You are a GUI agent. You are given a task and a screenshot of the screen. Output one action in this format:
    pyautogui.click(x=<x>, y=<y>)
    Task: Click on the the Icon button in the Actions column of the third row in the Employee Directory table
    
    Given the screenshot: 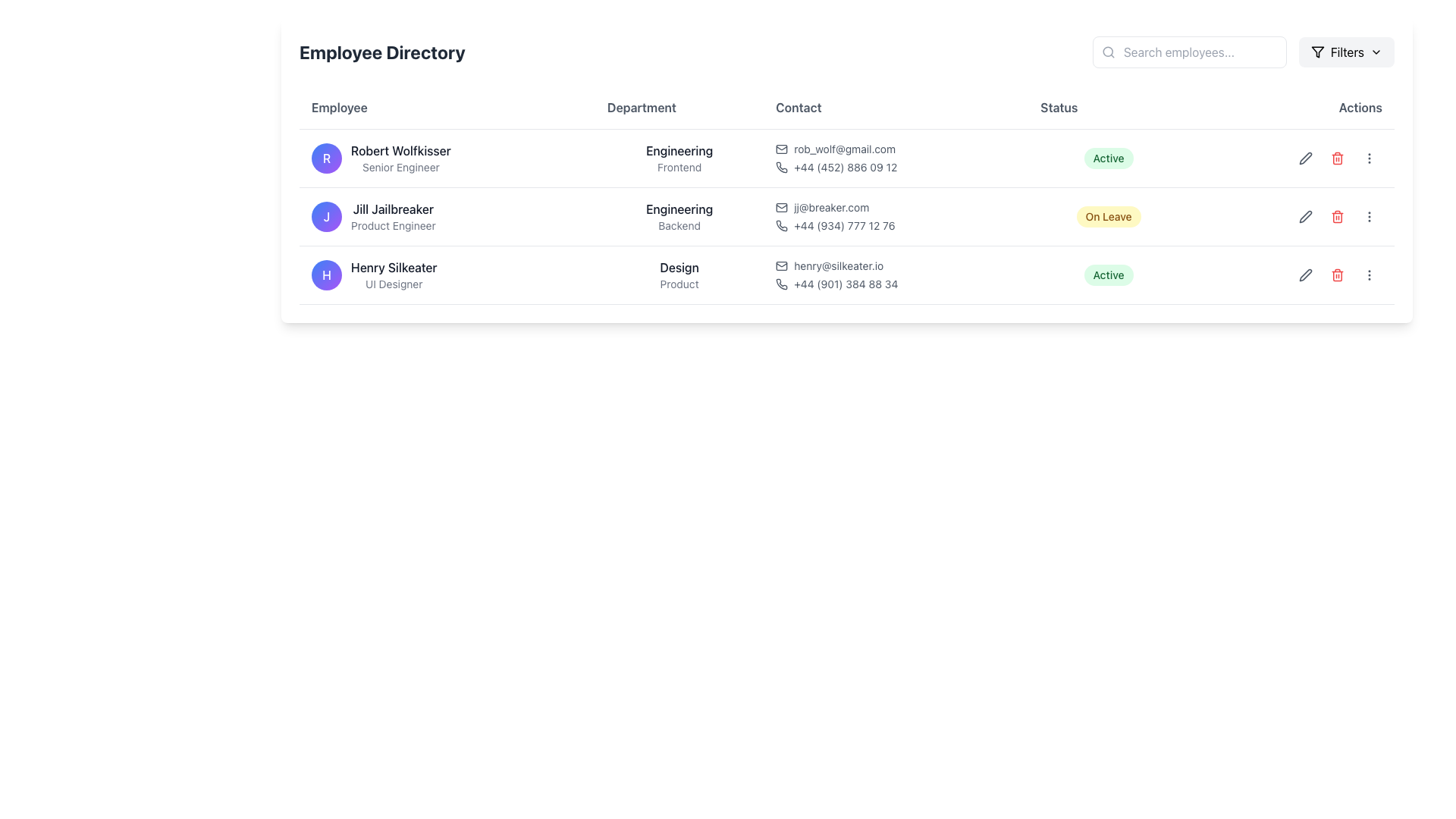 What is the action you would take?
    pyautogui.click(x=1305, y=275)
    